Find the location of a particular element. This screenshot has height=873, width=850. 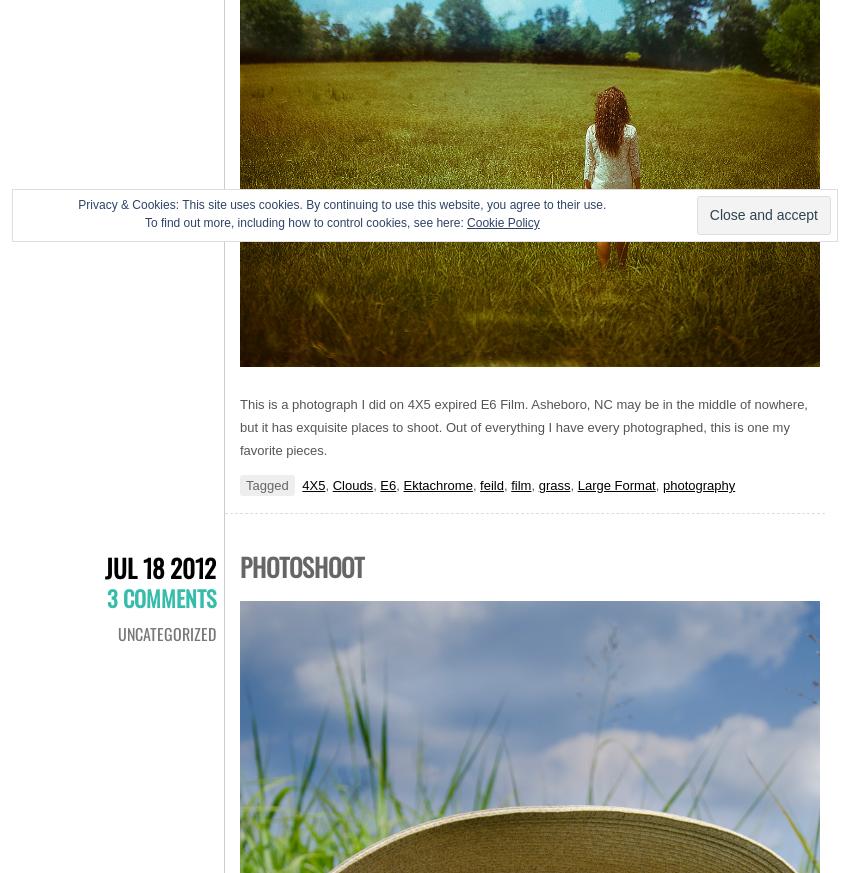

'Cookie Policy' is located at coordinates (503, 221).